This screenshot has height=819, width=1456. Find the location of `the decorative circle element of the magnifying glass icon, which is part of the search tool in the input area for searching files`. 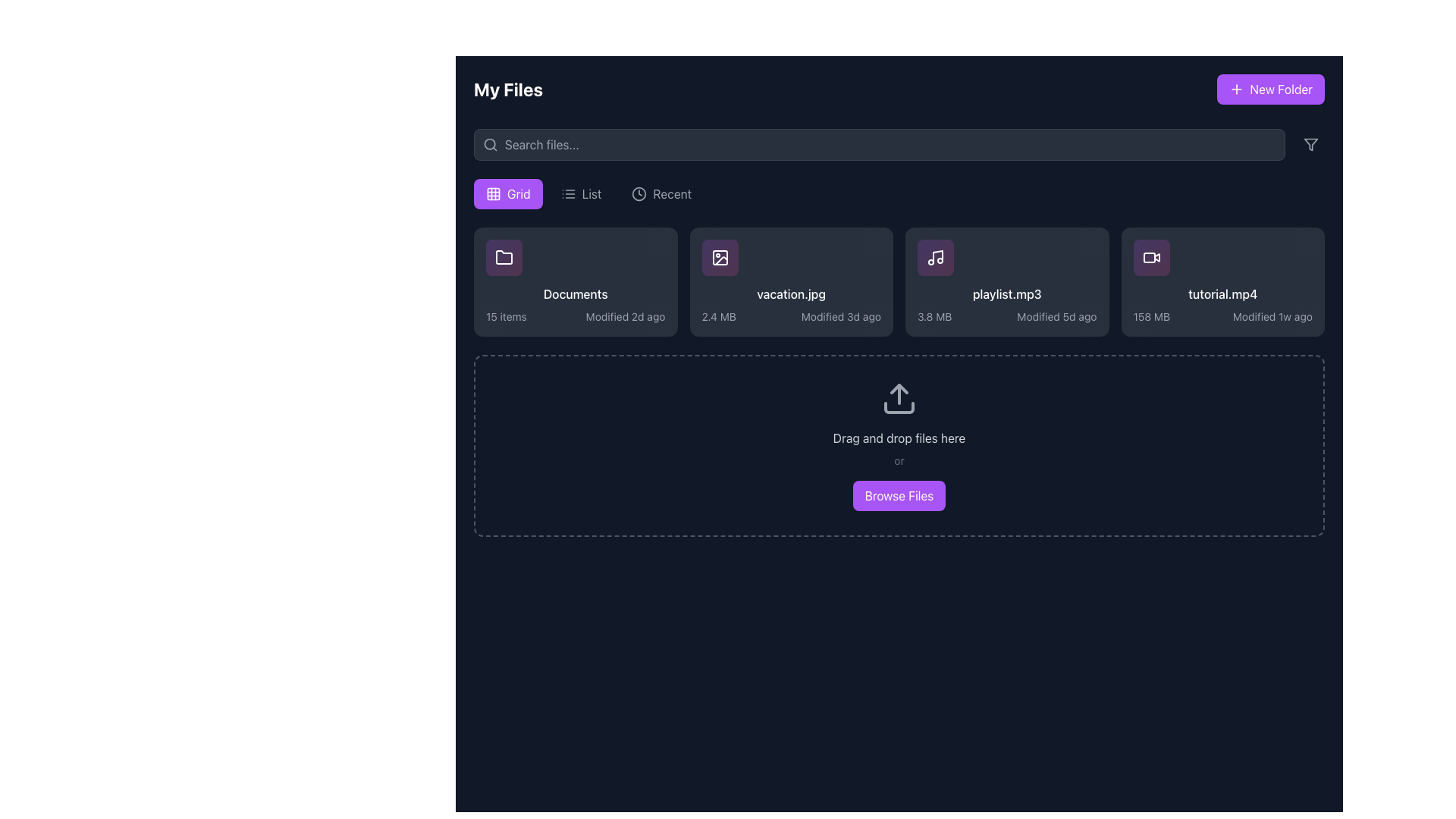

the decorative circle element of the magnifying glass icon, which is part of the search tool in the input area for searching files is located at coordinates (490, 144).